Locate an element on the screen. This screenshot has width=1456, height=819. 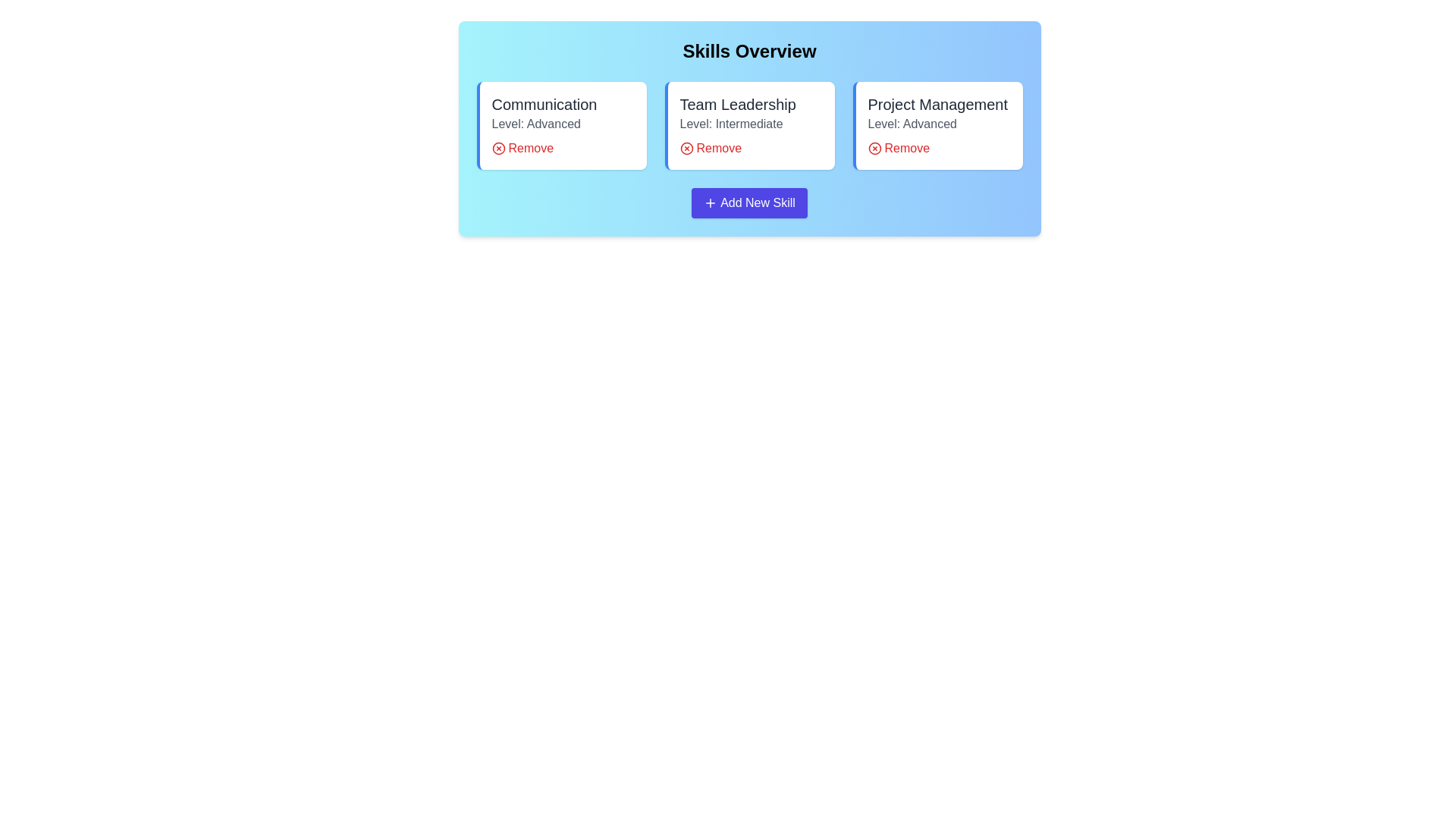
'Remove' button for the skill Communication is located at coordinates (522, 149).